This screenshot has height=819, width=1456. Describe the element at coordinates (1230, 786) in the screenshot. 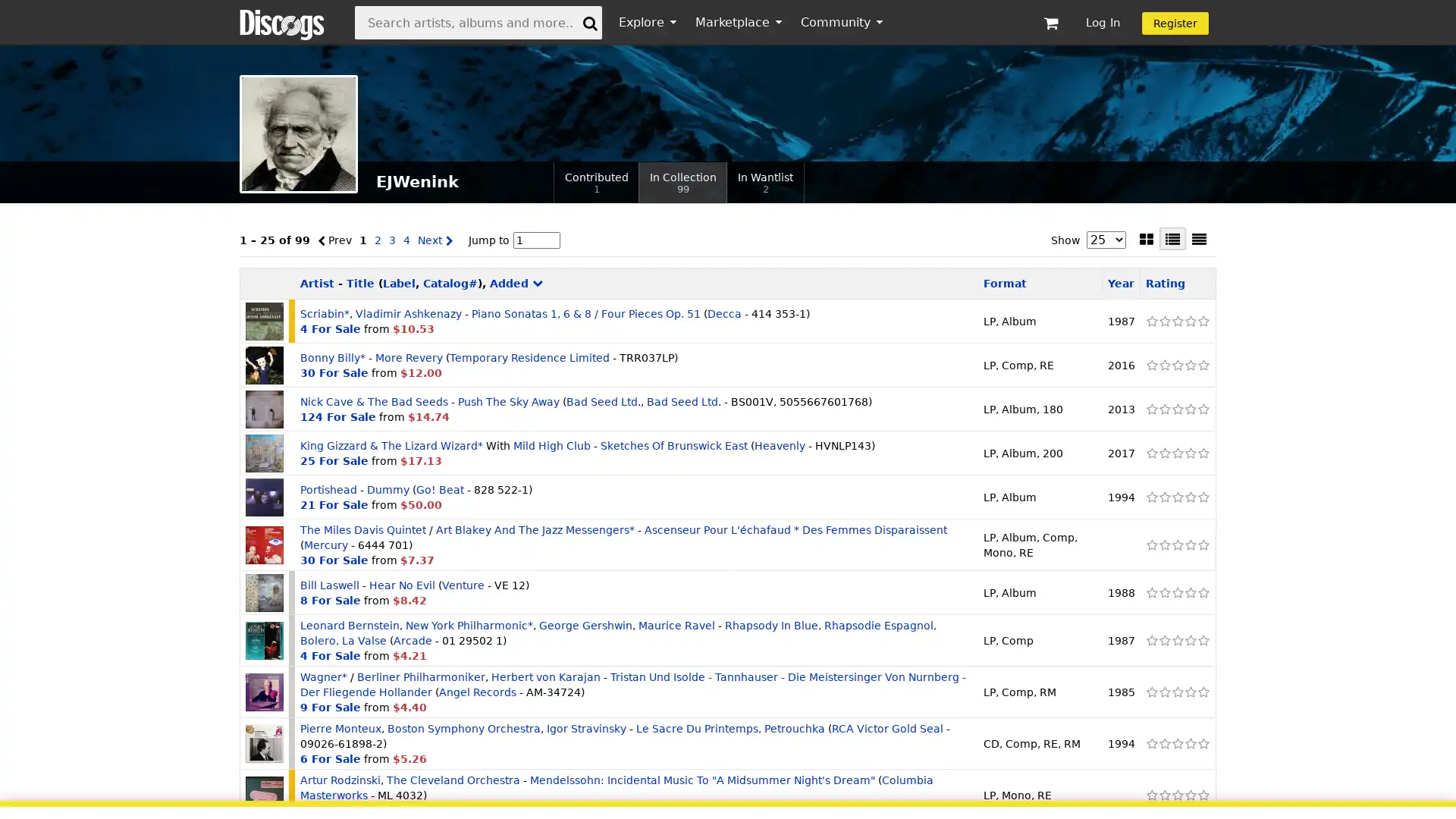

I see `Allow All Cookies` at that location.